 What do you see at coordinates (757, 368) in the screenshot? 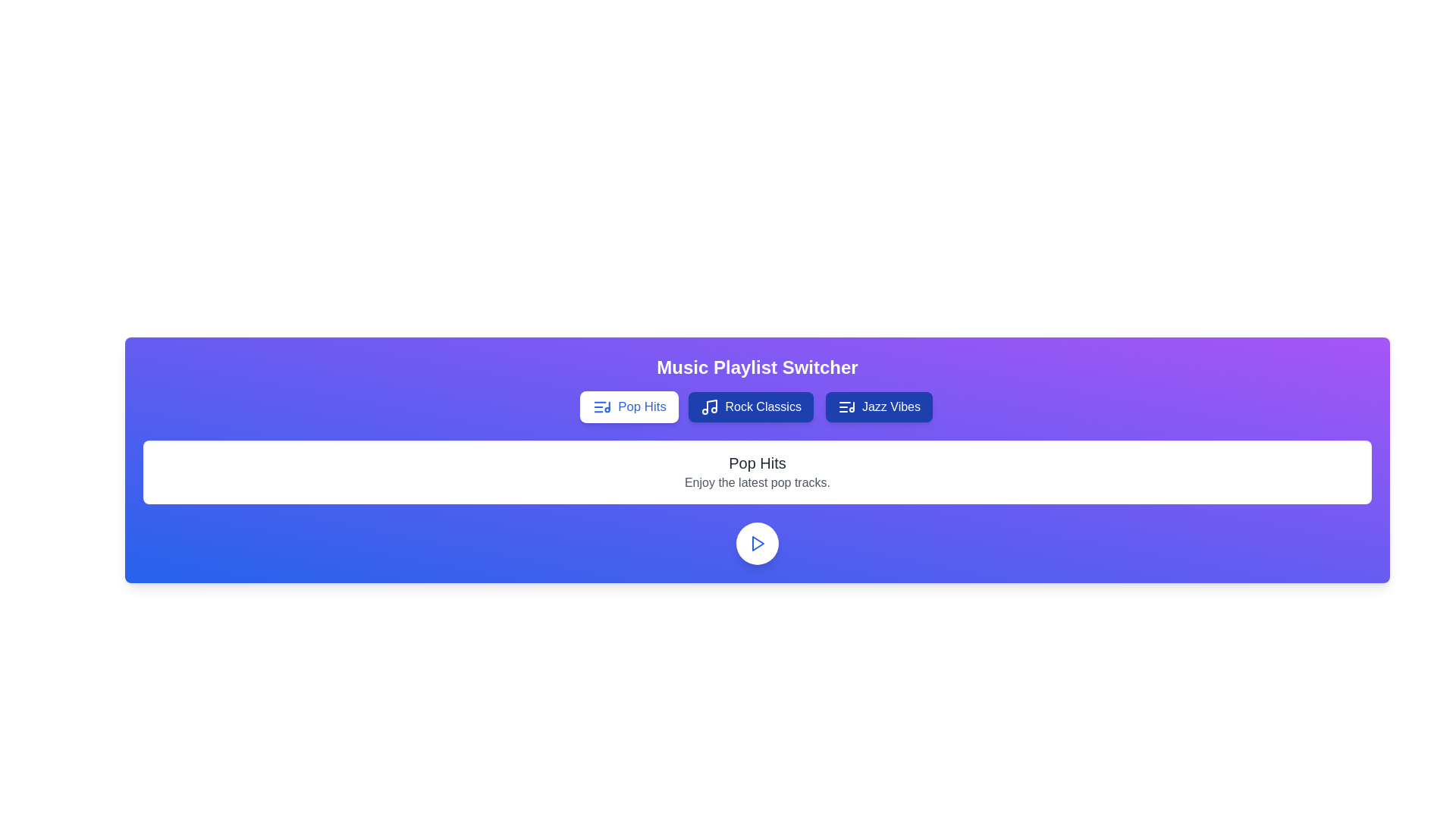
I see `the text label 'Music Playlist Switcher', which is styled prominently in bold with an extra-large font size, located centrally in the interface above the buttons 'Pop Hits', 'Rock Classics', and 'Jazz Vibes'` at bounding box center [757, 368].